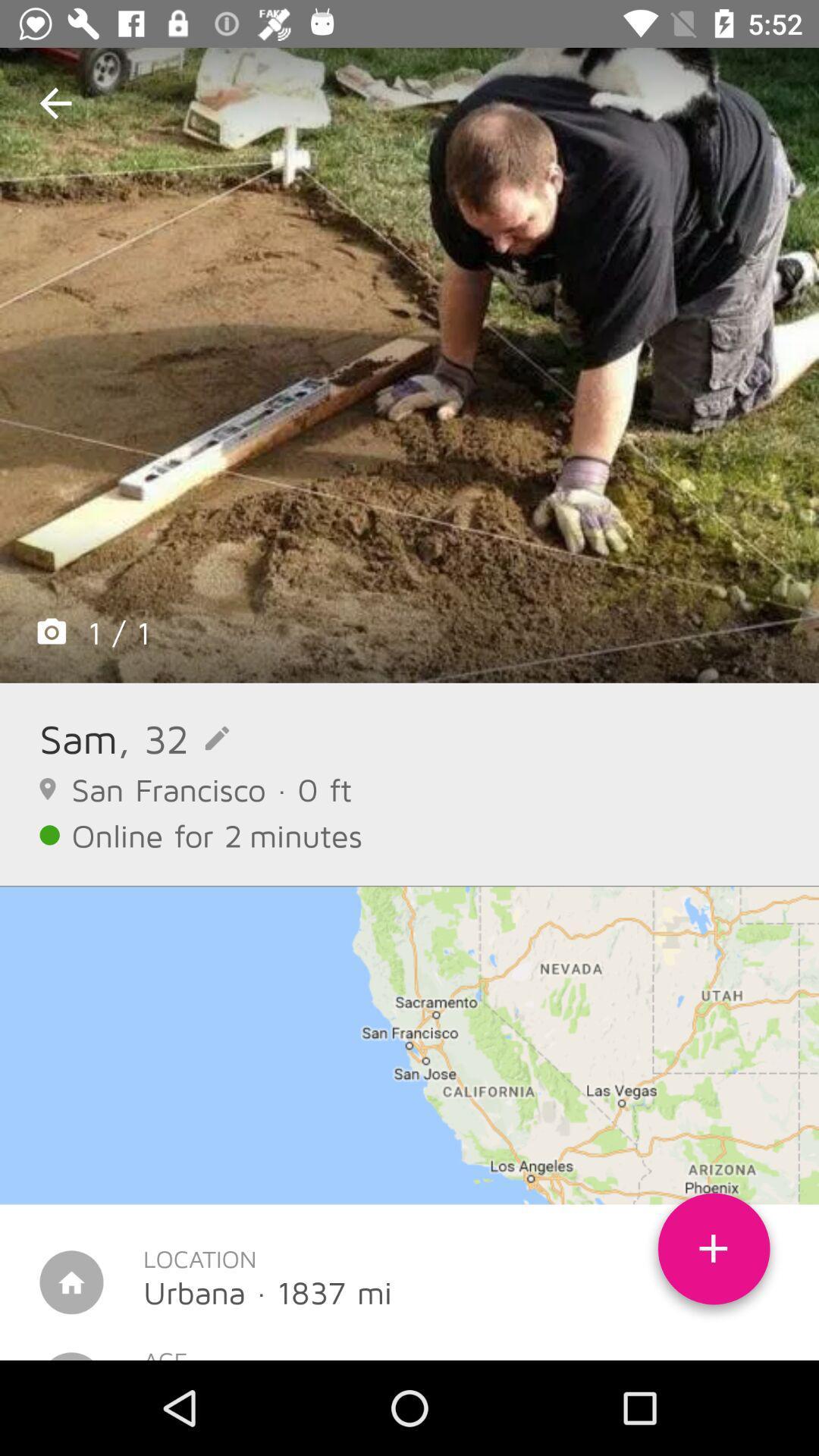 The width and height of the screenshot is (819, 1456). Describe the element at coordinates (78, 738) in the screenshot. I see `icon next to , 32` at that location.